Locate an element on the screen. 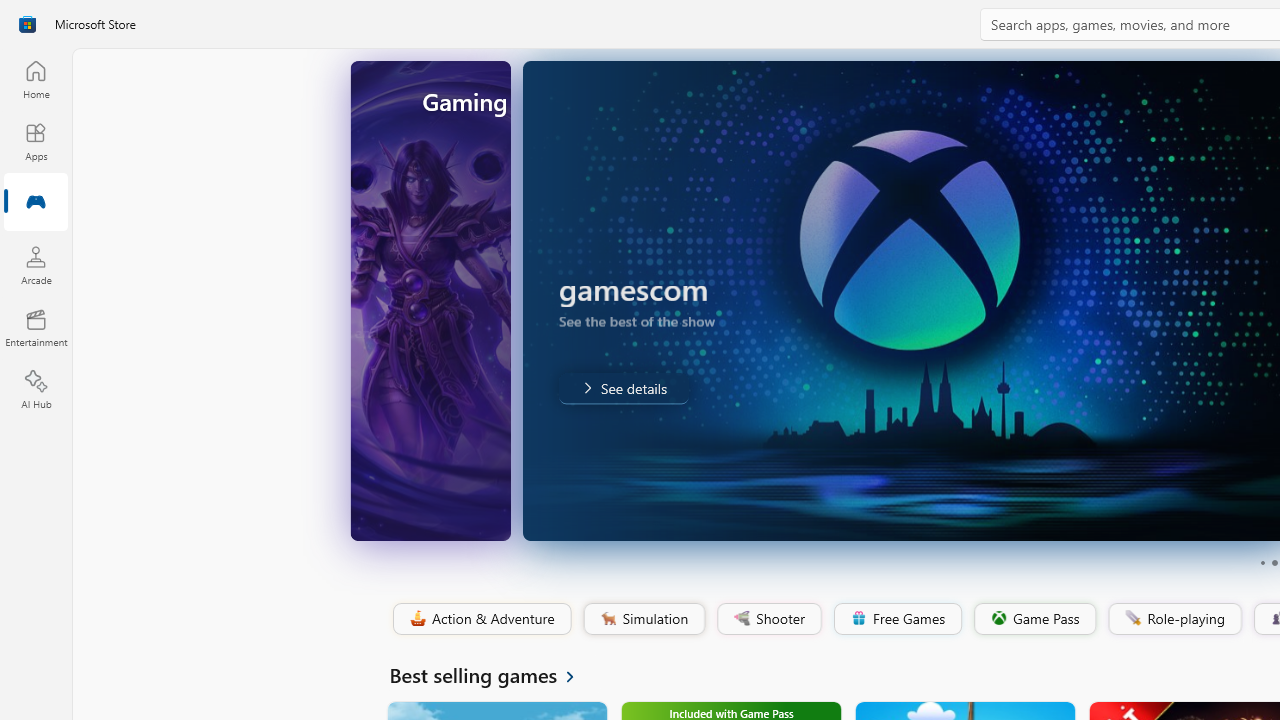  'AI Hub' is located at coordinates (35, 390).